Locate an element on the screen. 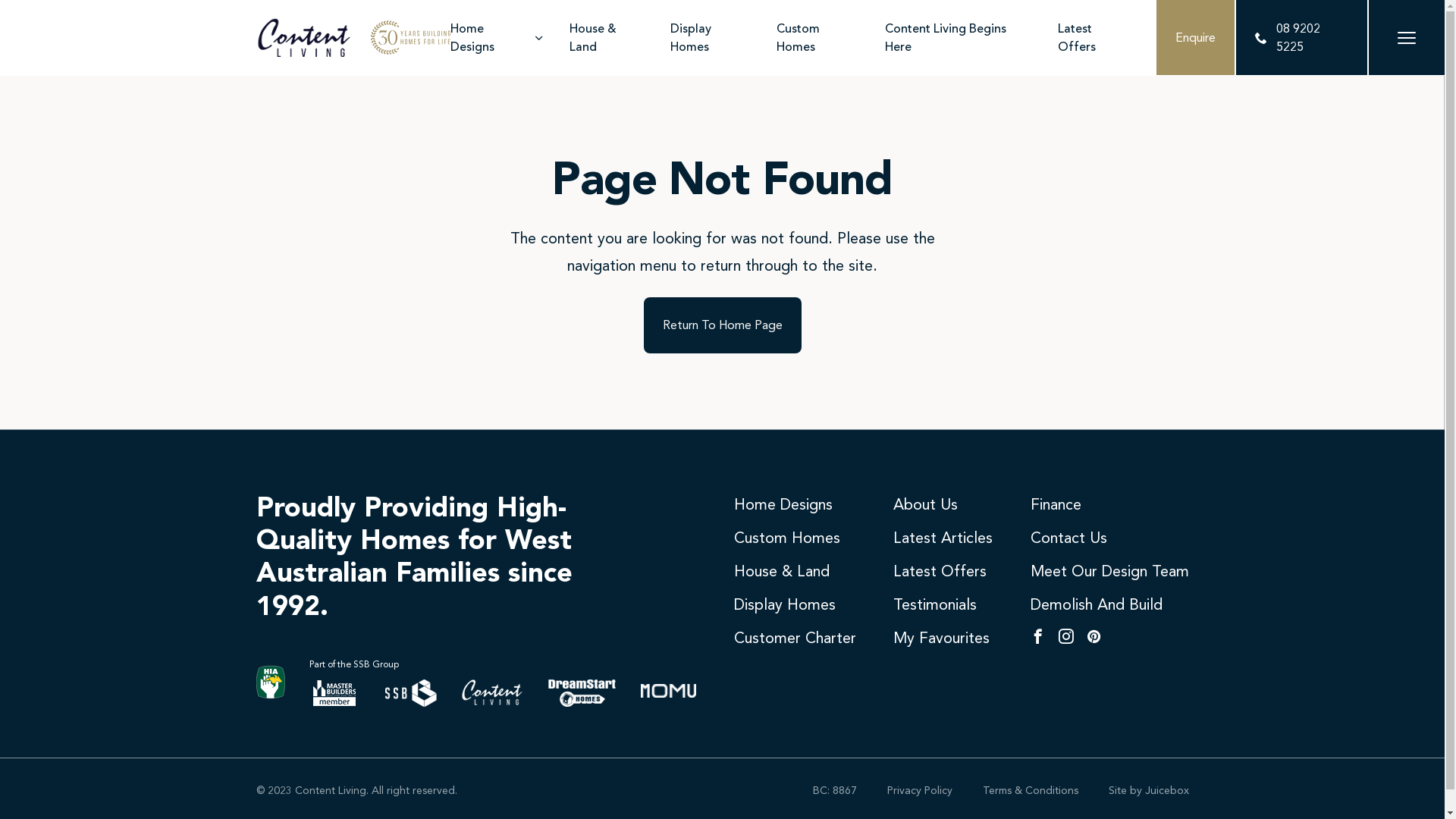  'Content Living Begins Here' is located at coordinates (959, 37).